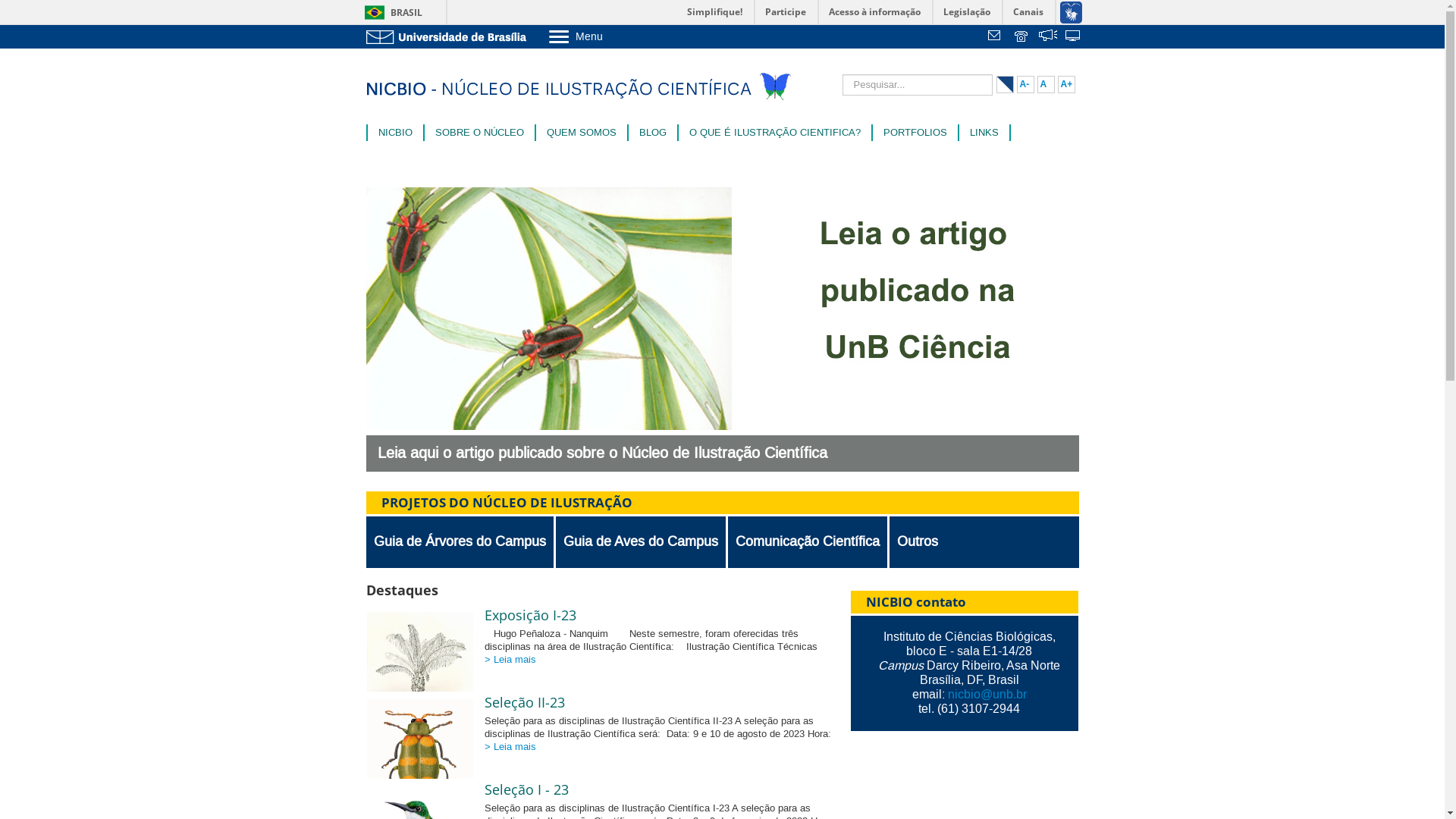 The width and height of the screenshot is (1456, 819). I want to click on ' ', so click(1022, 36).